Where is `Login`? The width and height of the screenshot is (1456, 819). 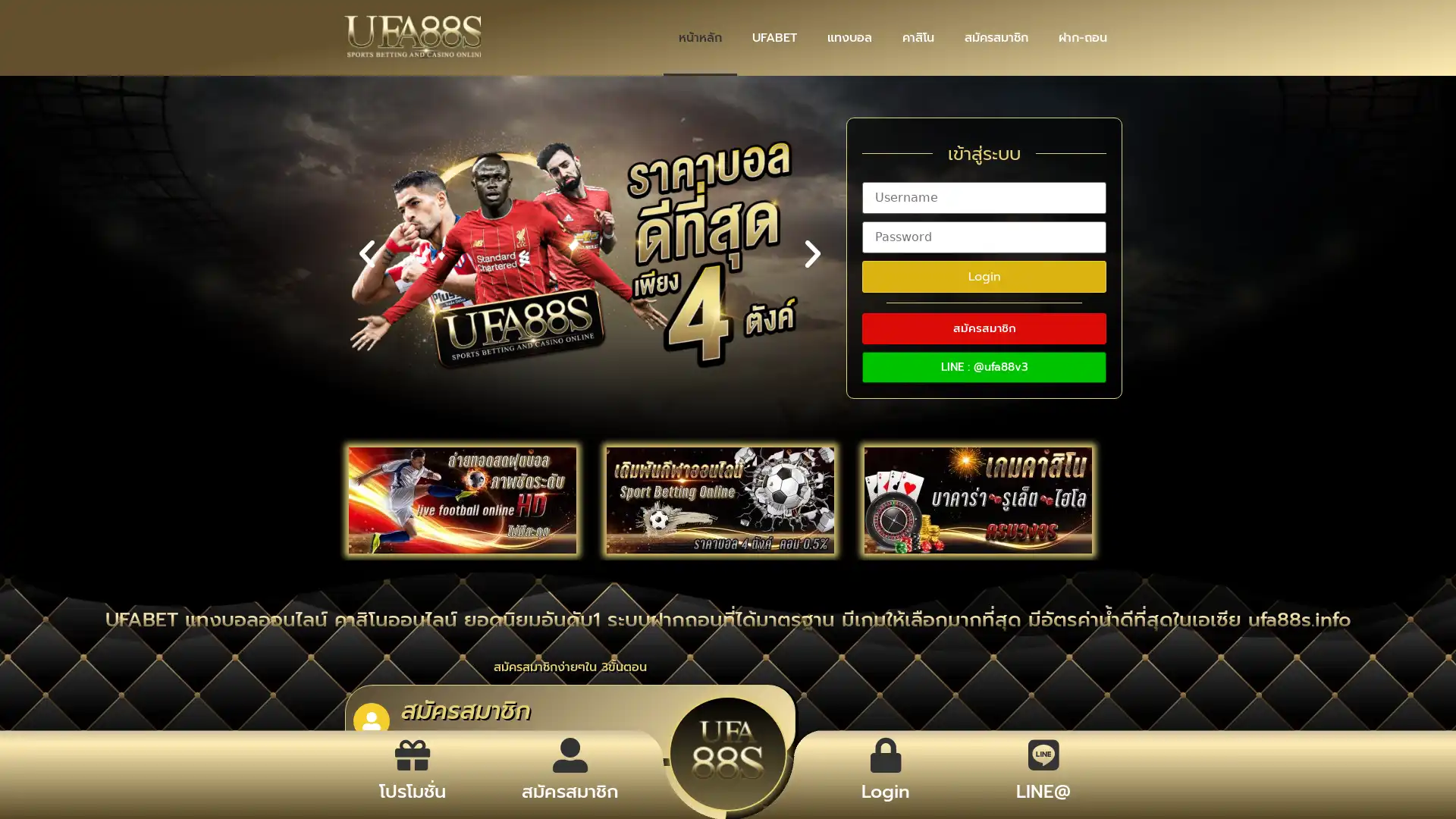
Login is located at coordinates (984, 275).